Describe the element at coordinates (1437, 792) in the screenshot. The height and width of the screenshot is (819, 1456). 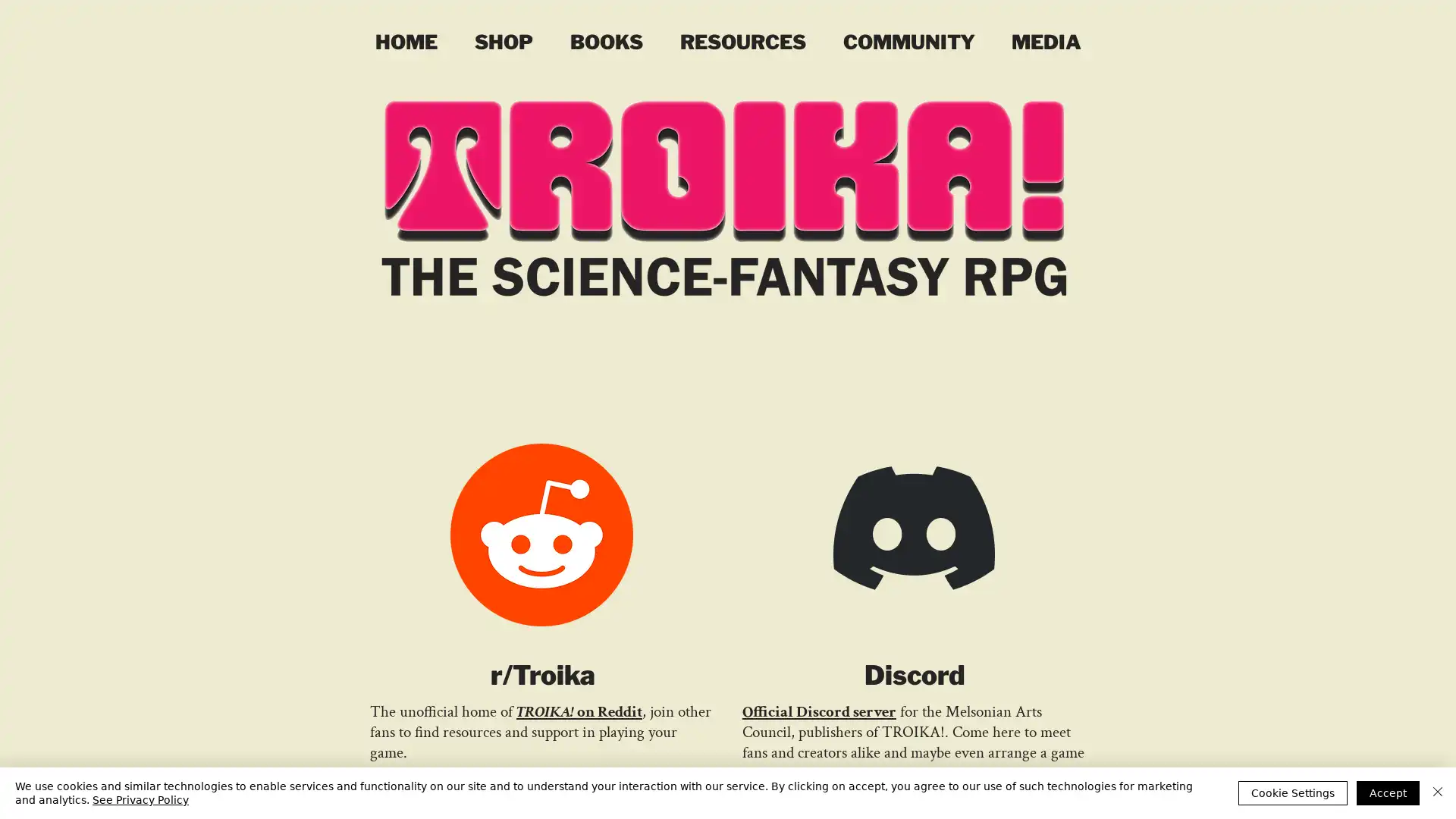
I see `Close` at that location.